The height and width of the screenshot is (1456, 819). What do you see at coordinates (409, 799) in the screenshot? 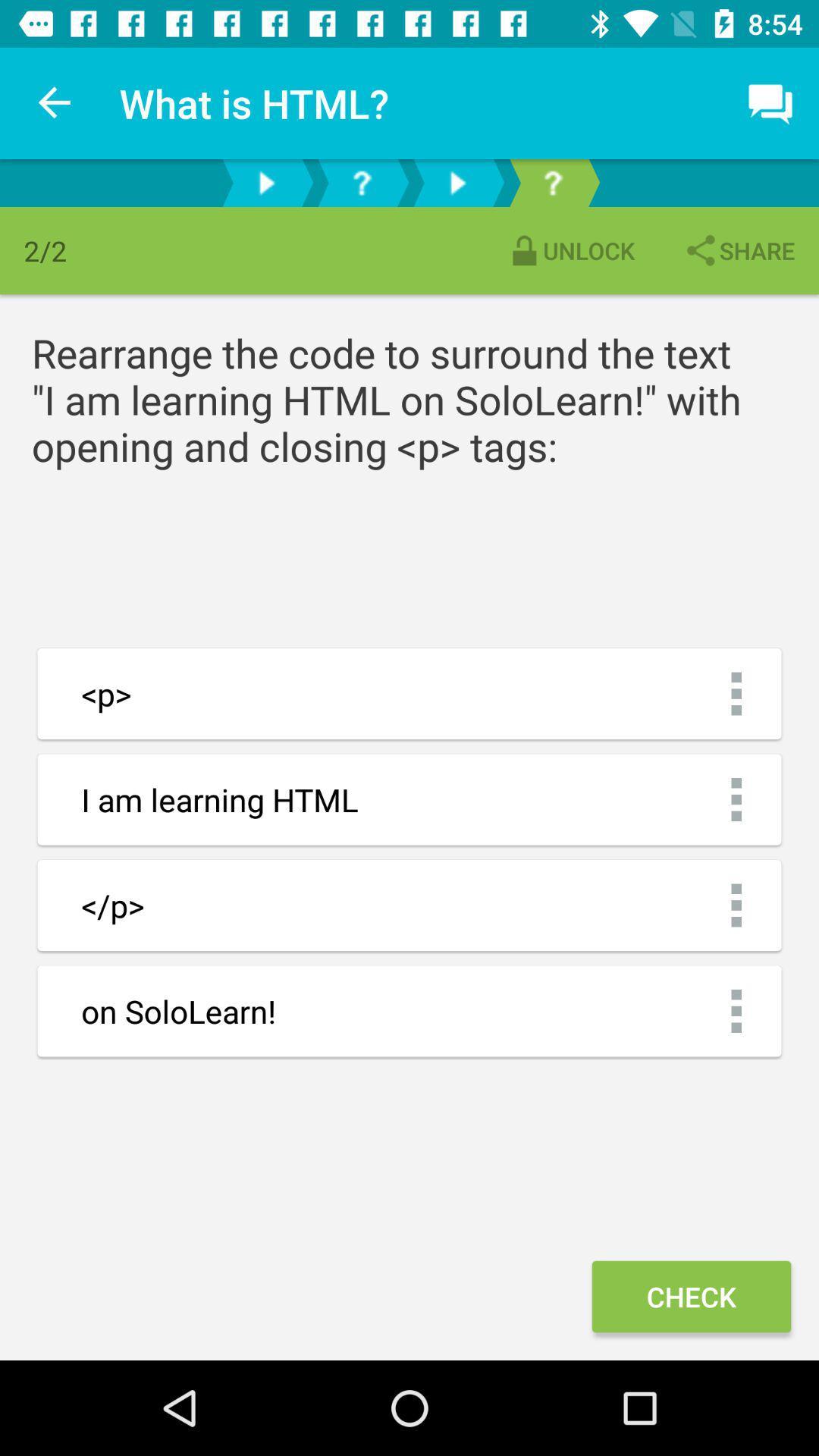
I see `i am learning html which is below  p on the page` at bounding box center [409, 799].